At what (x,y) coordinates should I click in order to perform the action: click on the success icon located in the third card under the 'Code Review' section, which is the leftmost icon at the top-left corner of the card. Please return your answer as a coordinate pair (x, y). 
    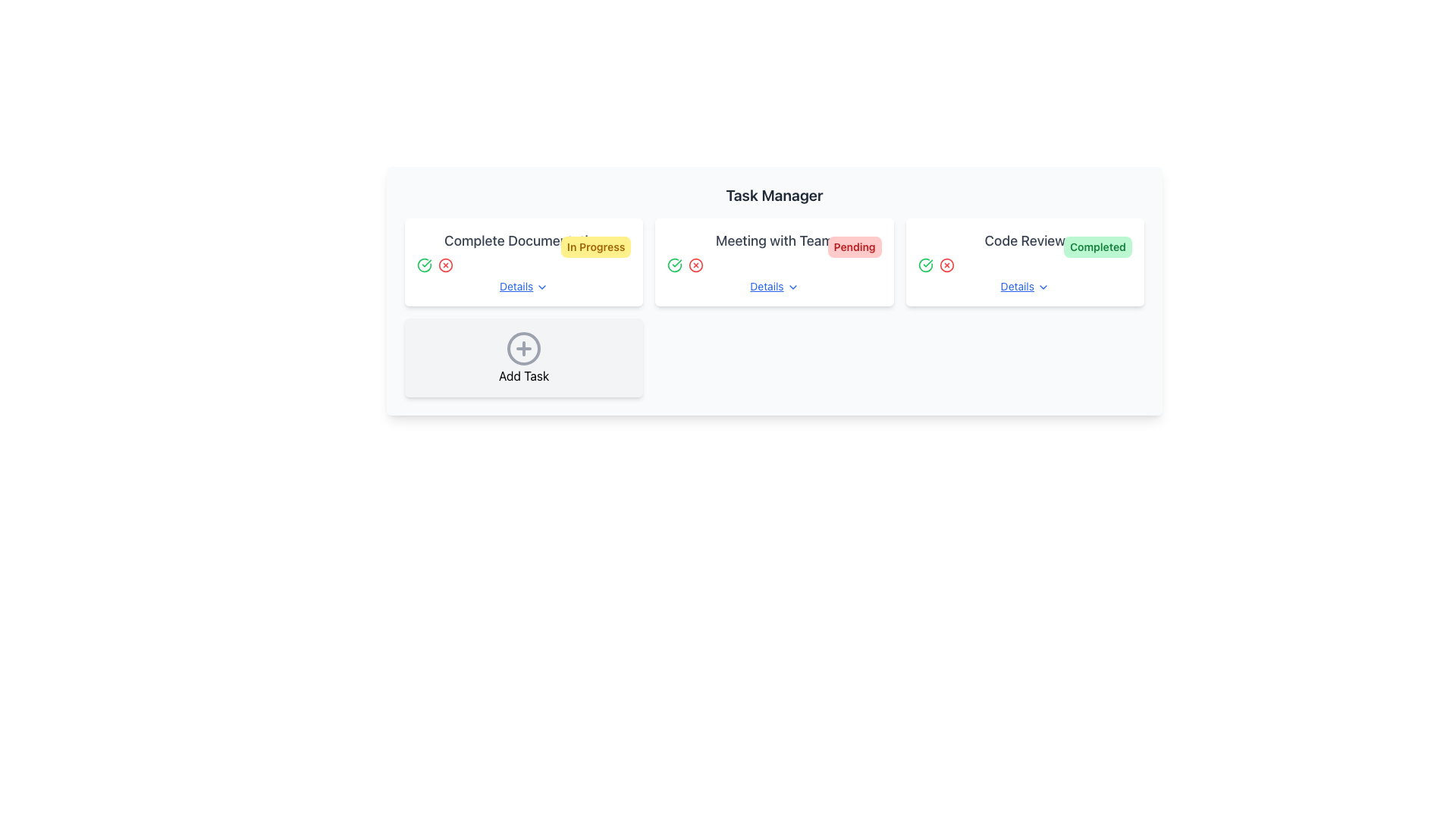
    Looking at the image, I should click on (924, 265).